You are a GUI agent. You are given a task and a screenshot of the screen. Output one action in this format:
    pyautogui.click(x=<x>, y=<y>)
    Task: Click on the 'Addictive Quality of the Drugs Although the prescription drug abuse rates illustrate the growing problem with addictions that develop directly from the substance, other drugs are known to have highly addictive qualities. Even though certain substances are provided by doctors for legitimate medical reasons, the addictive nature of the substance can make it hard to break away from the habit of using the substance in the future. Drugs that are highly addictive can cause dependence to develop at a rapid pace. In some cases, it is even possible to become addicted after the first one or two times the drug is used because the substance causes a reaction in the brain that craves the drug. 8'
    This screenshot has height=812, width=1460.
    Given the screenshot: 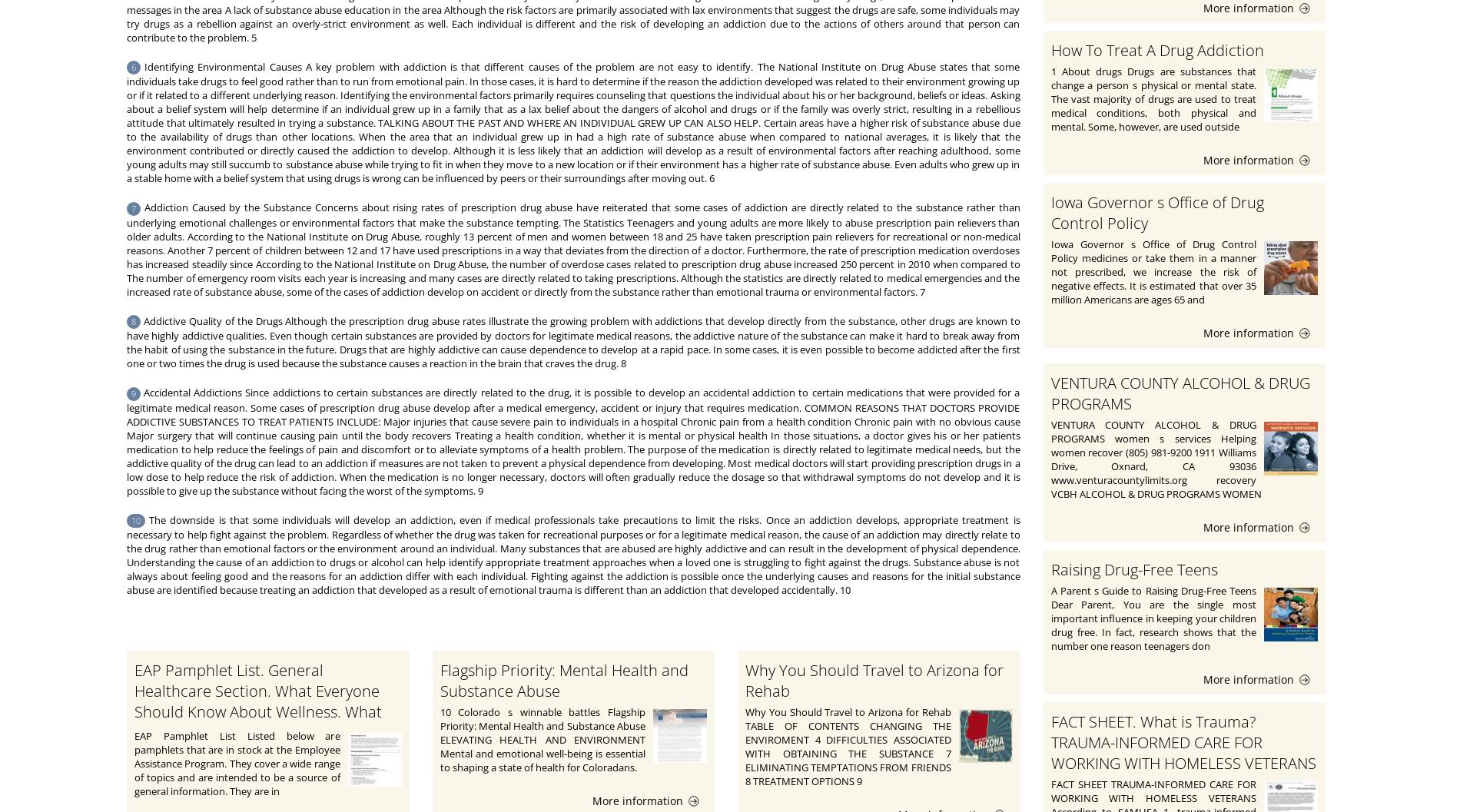 What is the action you would take?
    pyautogui.click(x=572, y=340)
    